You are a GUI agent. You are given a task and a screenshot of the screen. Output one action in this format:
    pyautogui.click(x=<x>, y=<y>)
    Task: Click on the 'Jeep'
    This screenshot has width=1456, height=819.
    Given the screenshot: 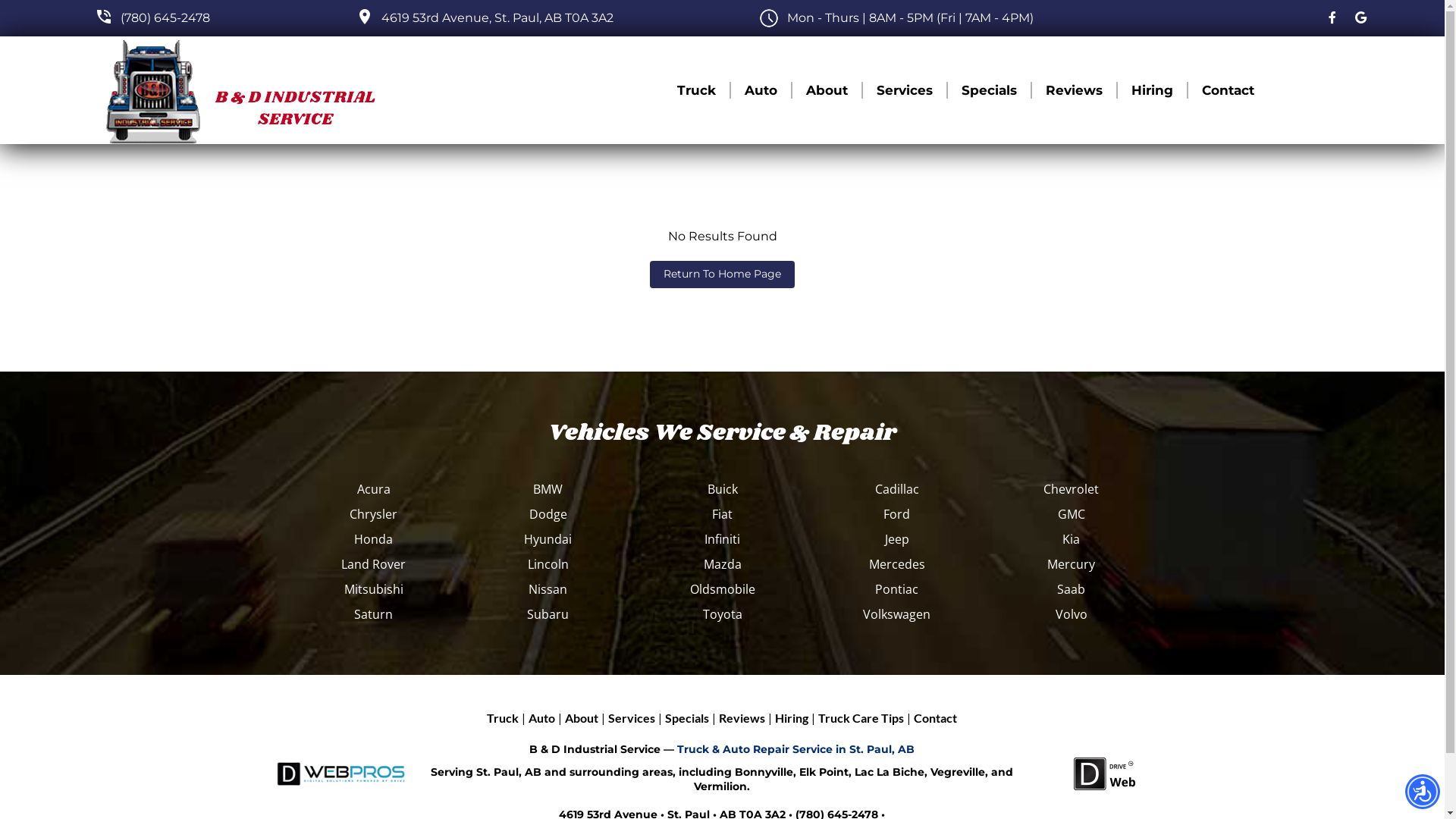 What is the action you would take?
    pyautogui.click(x=896, y=538)
    